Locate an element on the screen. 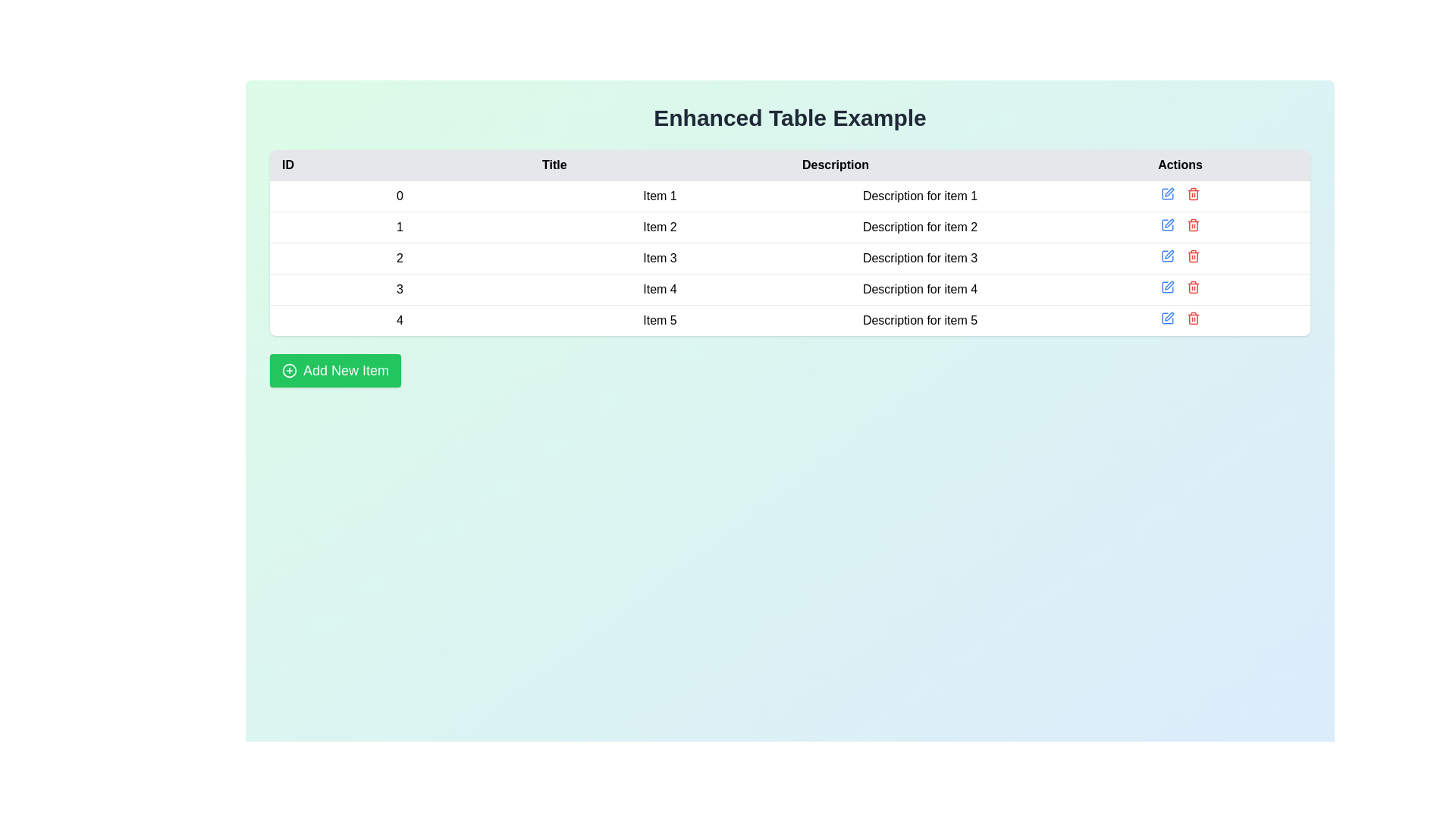 This screenshot has height=819, width=1456. the red-colored trash bin icon button located at the bottom right of the 'Actions' column in the last row of the table is located at coordinates (1192, 318).